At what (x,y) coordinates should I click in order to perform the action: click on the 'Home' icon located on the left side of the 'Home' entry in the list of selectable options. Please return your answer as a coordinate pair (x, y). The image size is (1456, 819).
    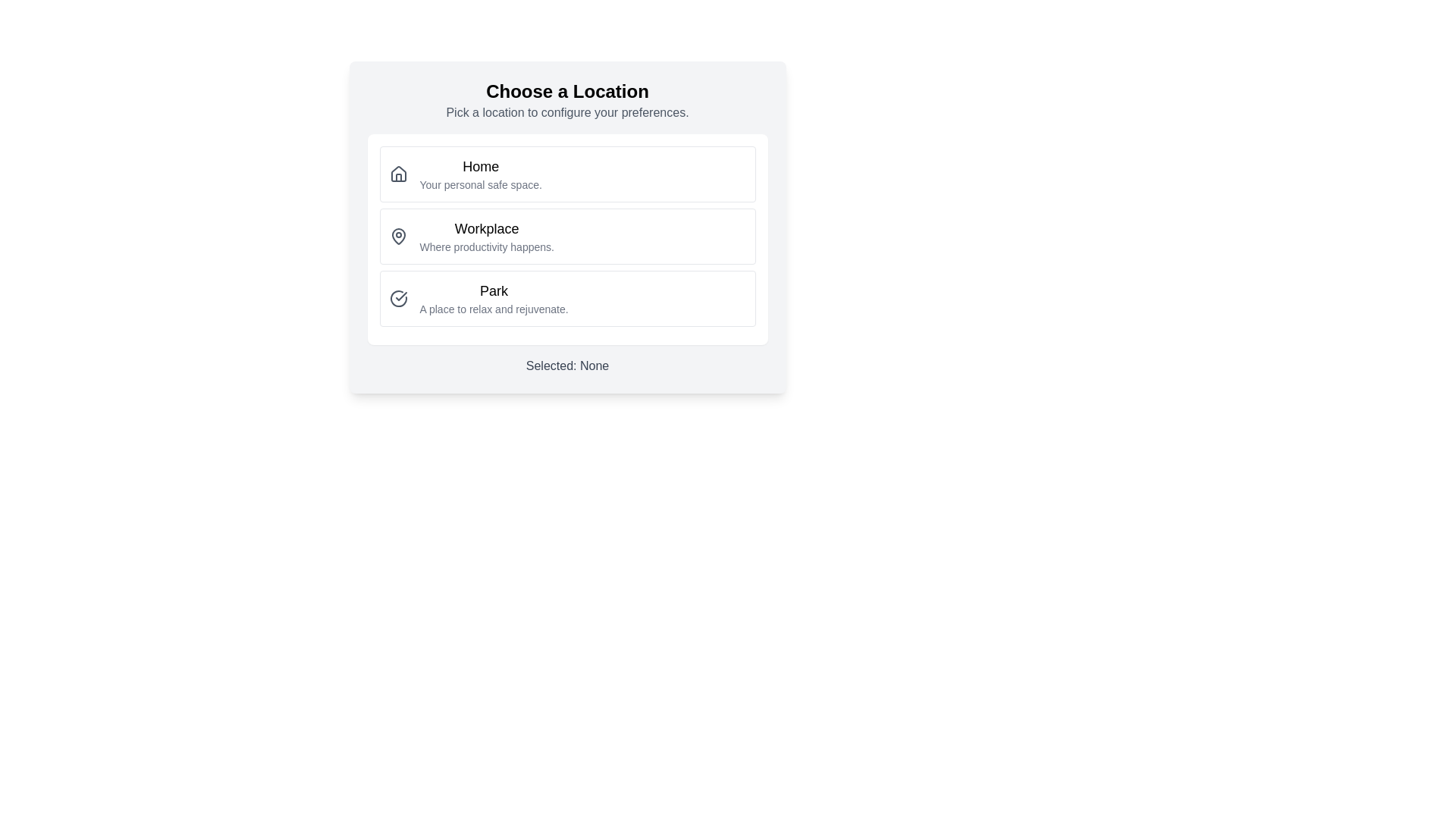
    Looking at the image, I should click on (398, 173).